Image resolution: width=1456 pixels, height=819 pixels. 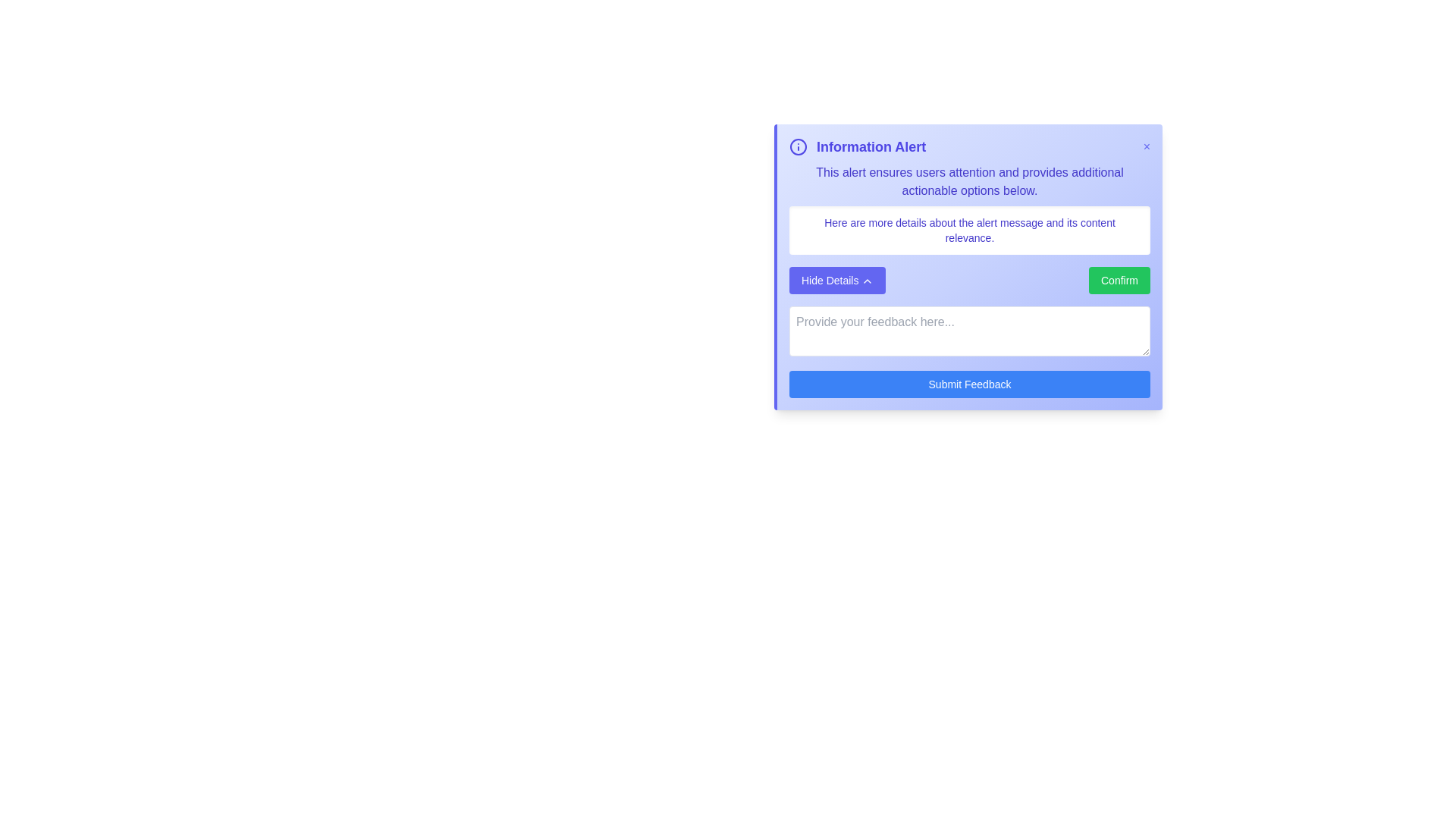 What do you see at coordinates (1147, 146) in the screenshot?
I see `the close button ('×') to dismiss the alert` at bounding box center [1147, 146].